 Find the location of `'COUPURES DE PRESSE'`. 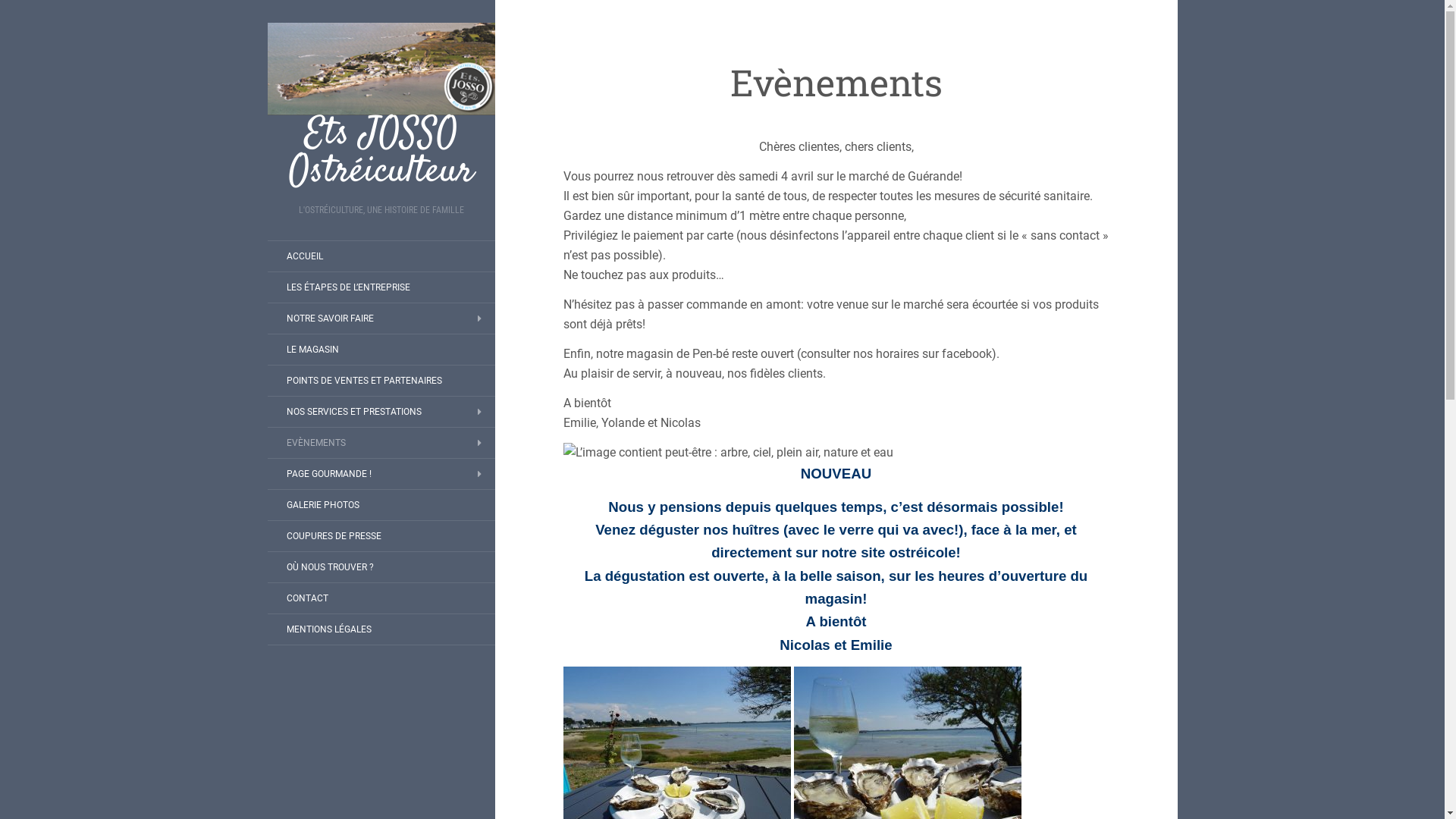

'COUPURES DE PRESSE' is located at coordinates (332, 535).